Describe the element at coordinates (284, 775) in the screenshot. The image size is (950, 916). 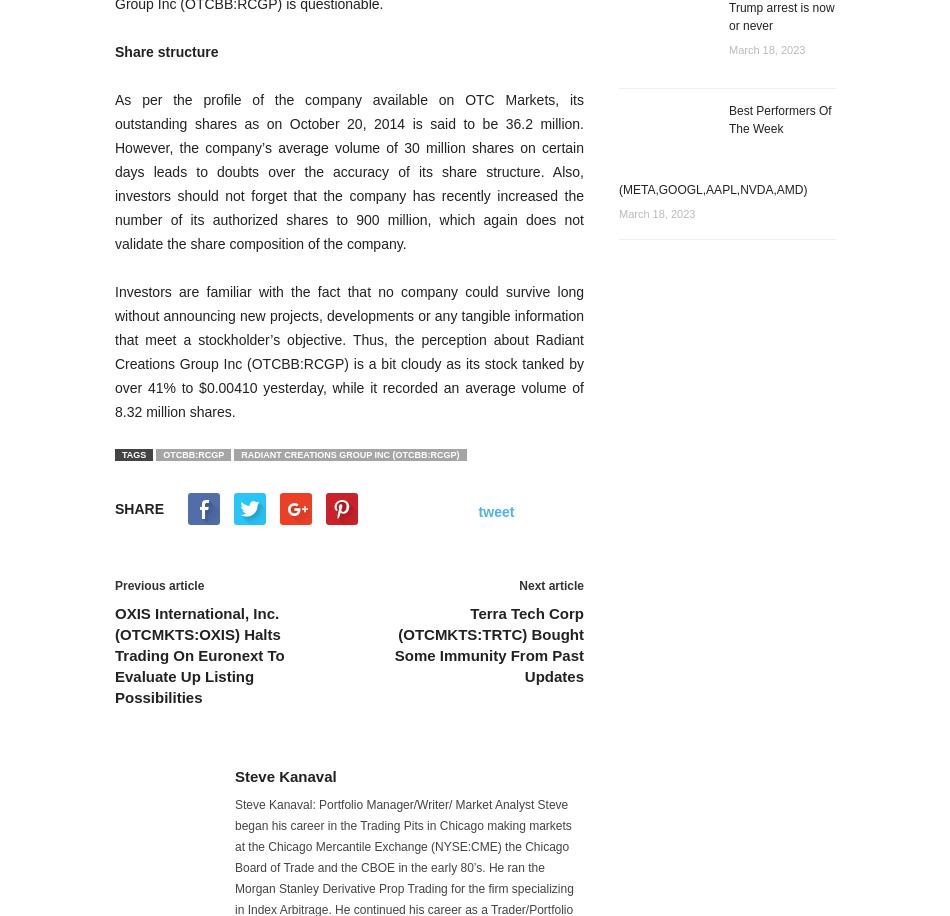
I see `'Steve Kanaval'` at that location.